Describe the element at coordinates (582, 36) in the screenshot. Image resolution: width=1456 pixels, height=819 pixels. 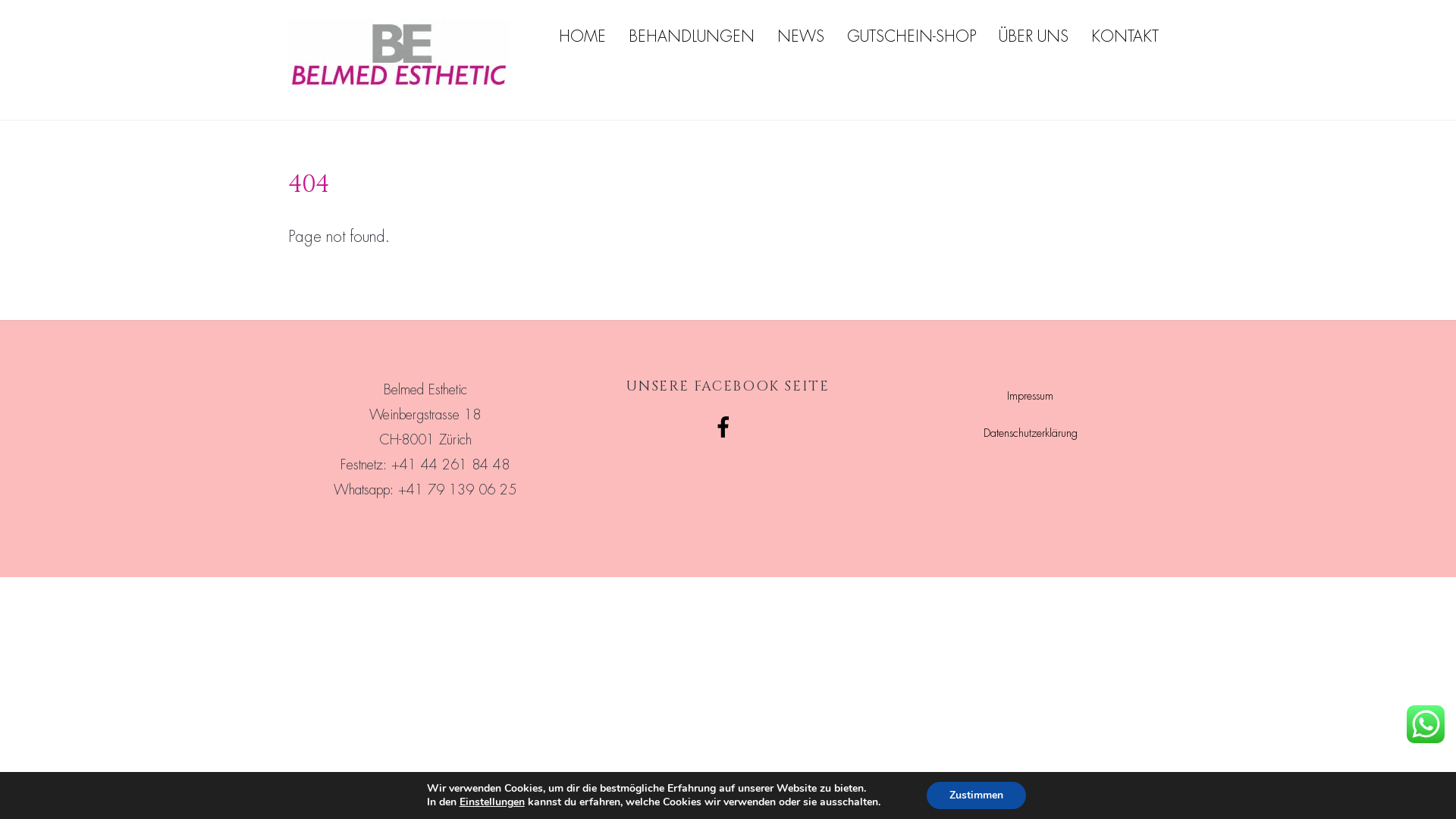
I see `'HOME'` at that location.